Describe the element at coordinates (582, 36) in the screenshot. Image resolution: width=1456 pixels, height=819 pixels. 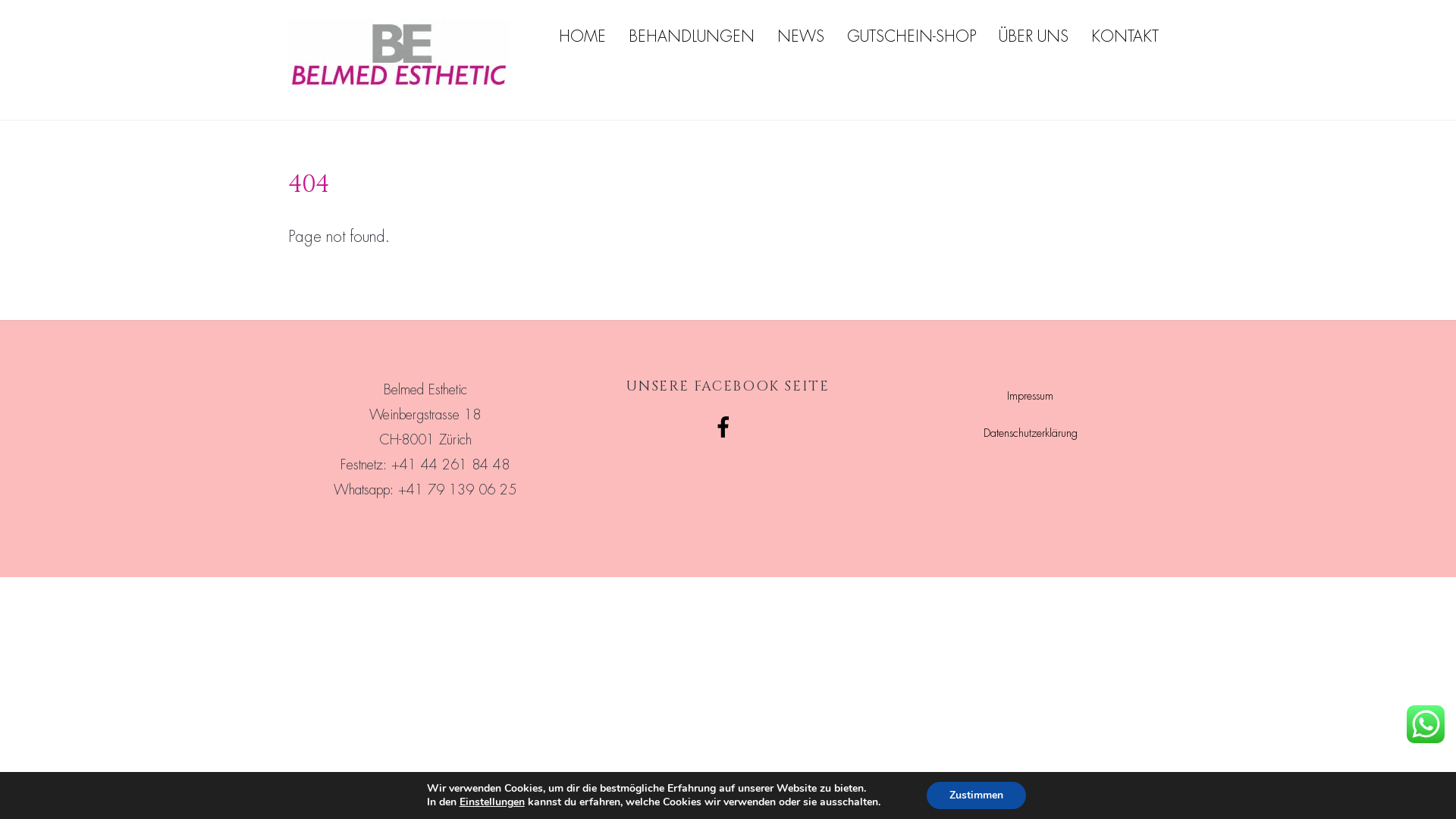
I see `'HOME'` at that location.